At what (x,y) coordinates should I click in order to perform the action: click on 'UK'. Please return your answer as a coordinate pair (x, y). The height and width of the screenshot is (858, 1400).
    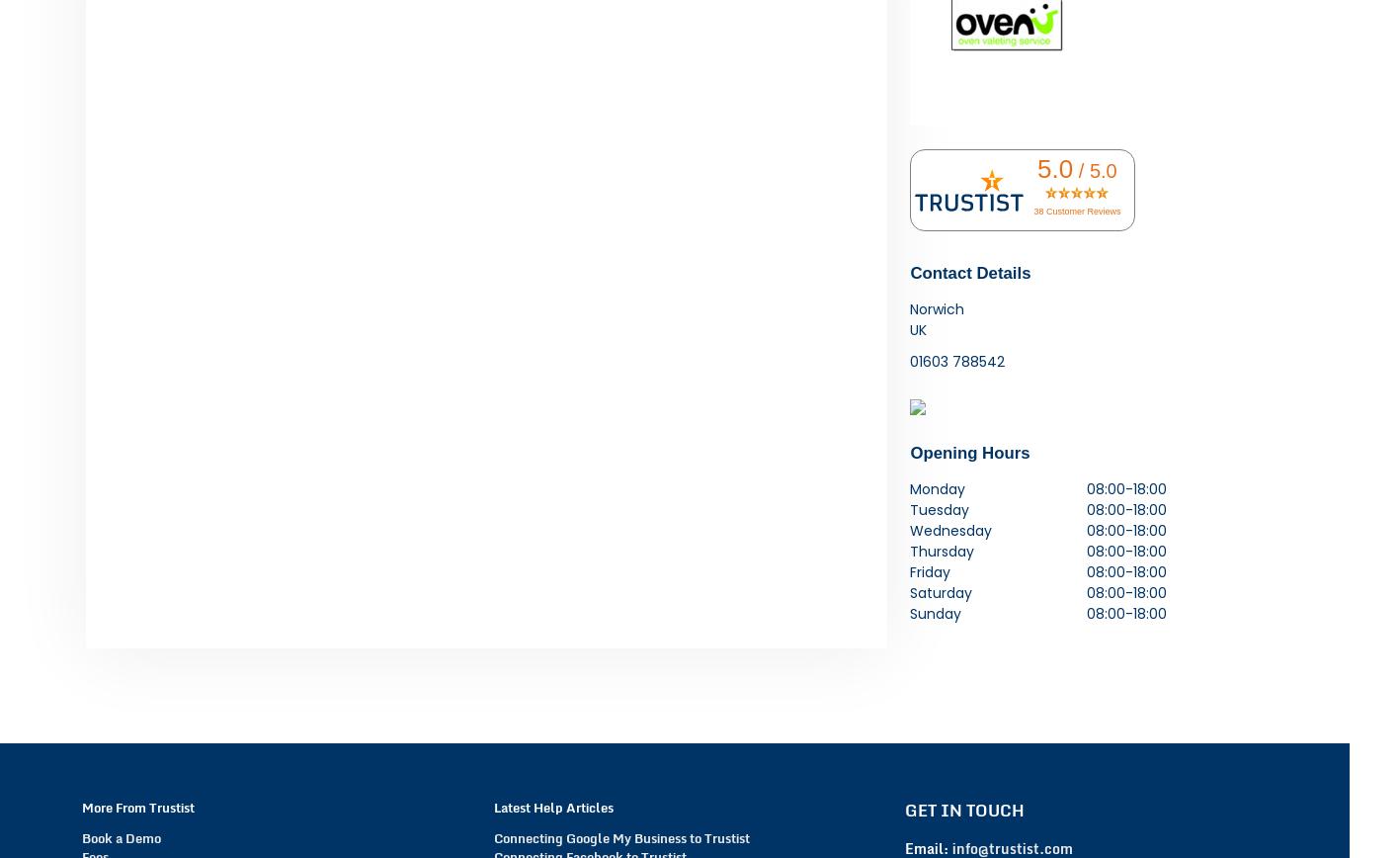
    Looking at the image, I should click on (918, 328).